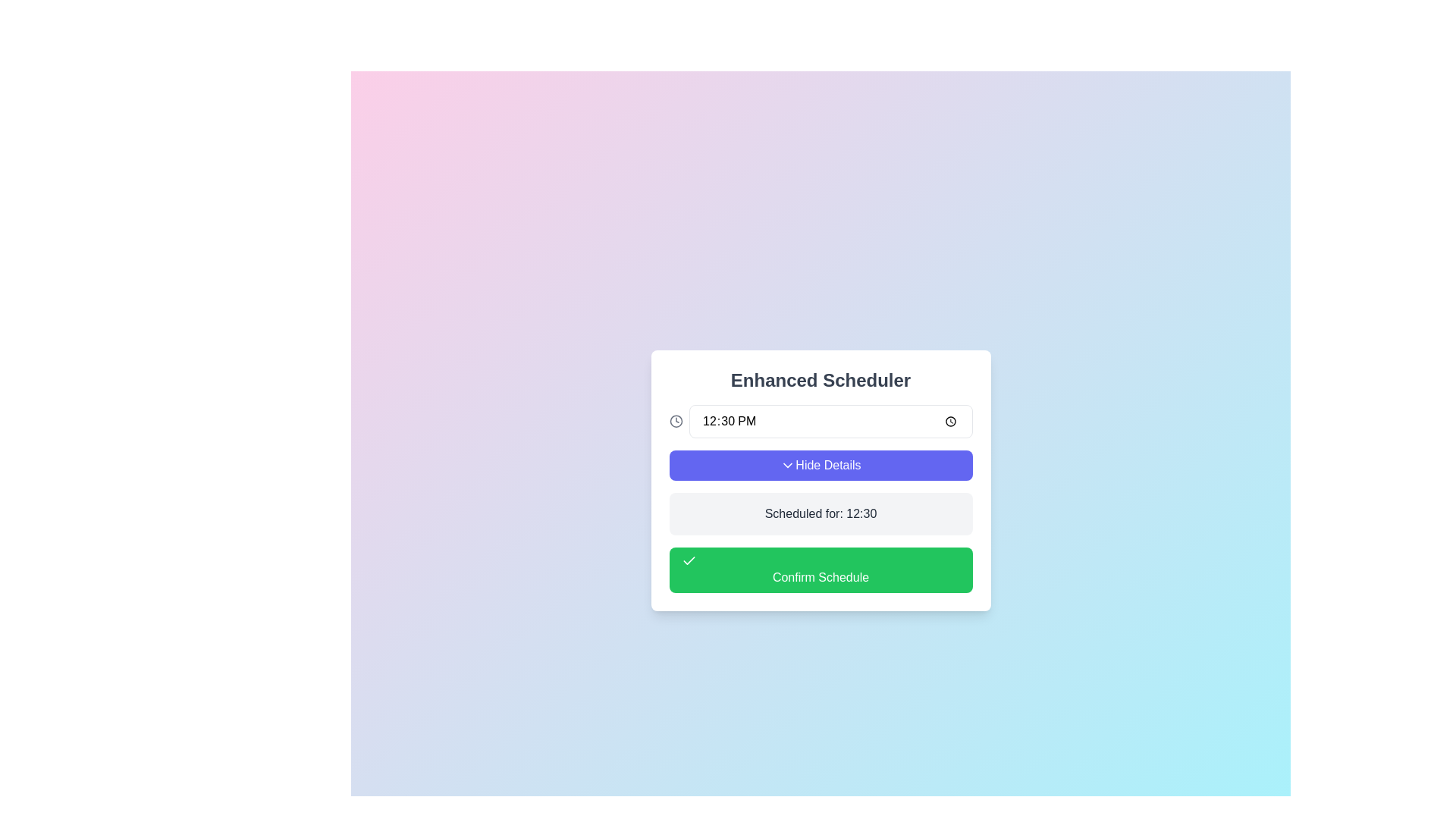 Image resolution: width=1456 pixels, height=819 pixels. What do you see at coordinates (688, 560) in the screenshot?
I see `the green button labeled 'Confirm Schedule'` at bounding box center [688, 560].